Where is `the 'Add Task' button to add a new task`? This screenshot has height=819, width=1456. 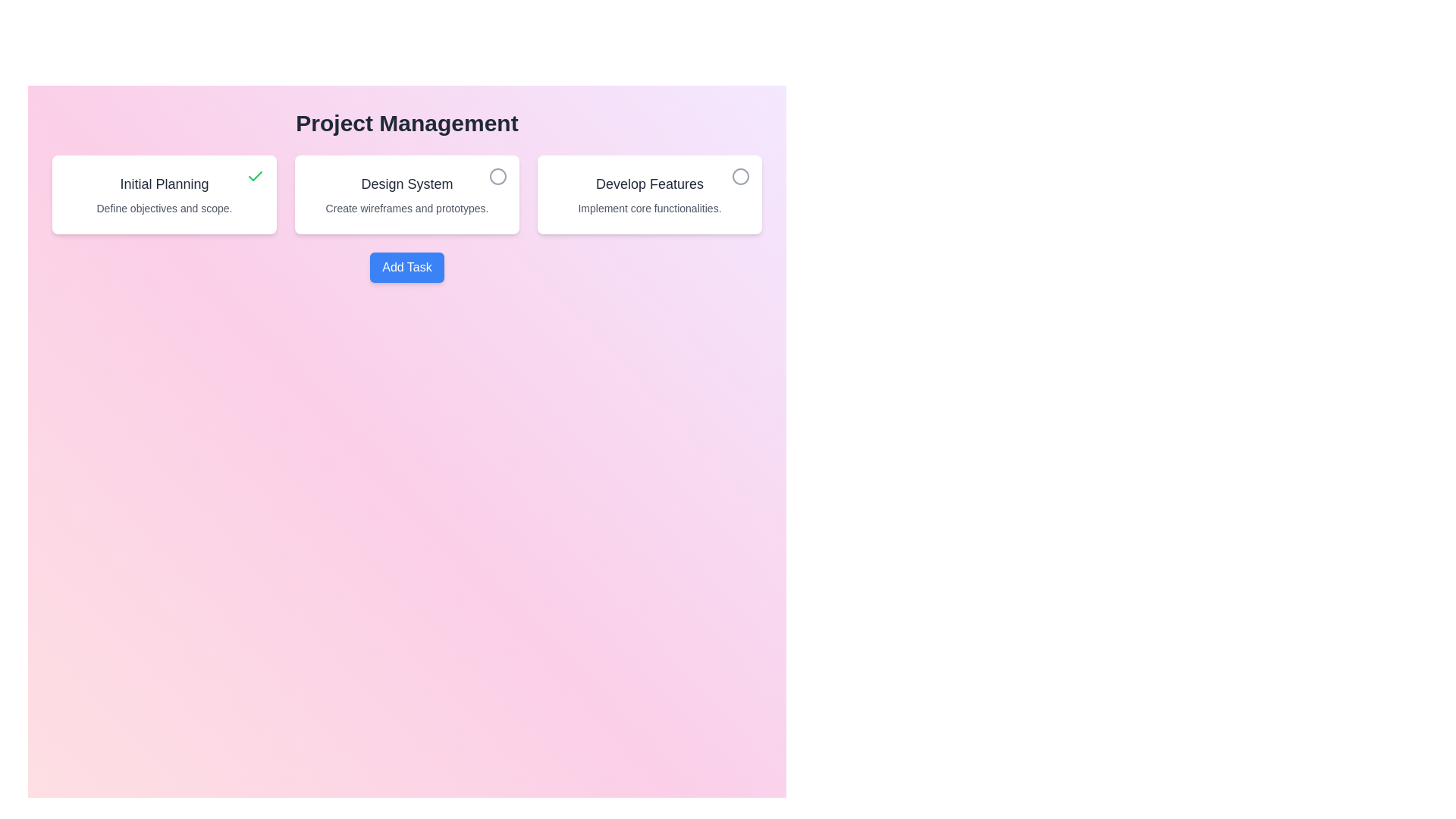
the 'Add Task' button to add a new task is located at coordinates (407, 267).